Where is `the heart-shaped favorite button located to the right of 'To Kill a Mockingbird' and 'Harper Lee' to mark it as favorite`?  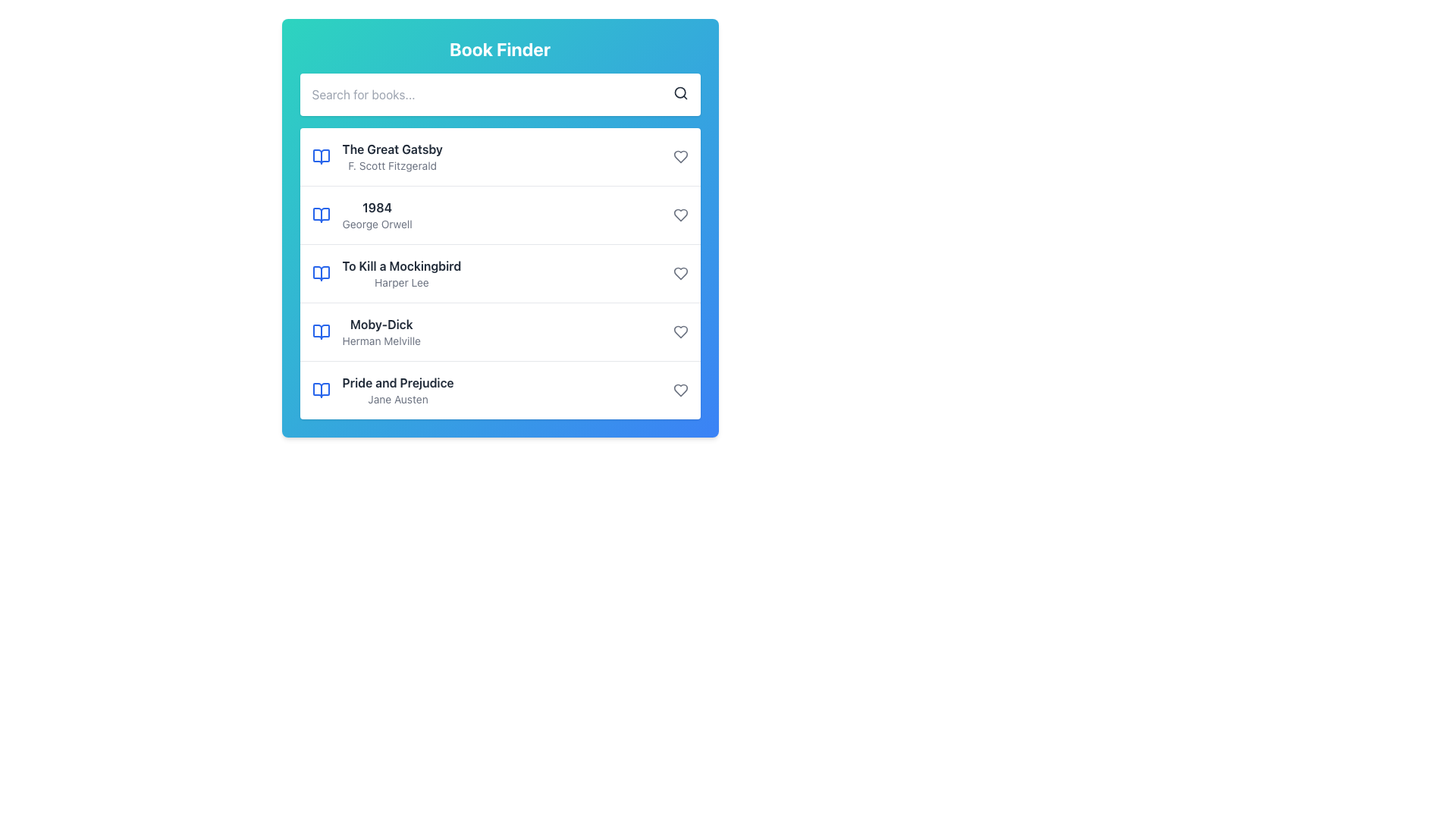 the heart-shaped favorite button located to the right of 'To Kill a Mockingbird' and 'Harper Lee' to mark it as favorite is located at coordinates (679, 274).